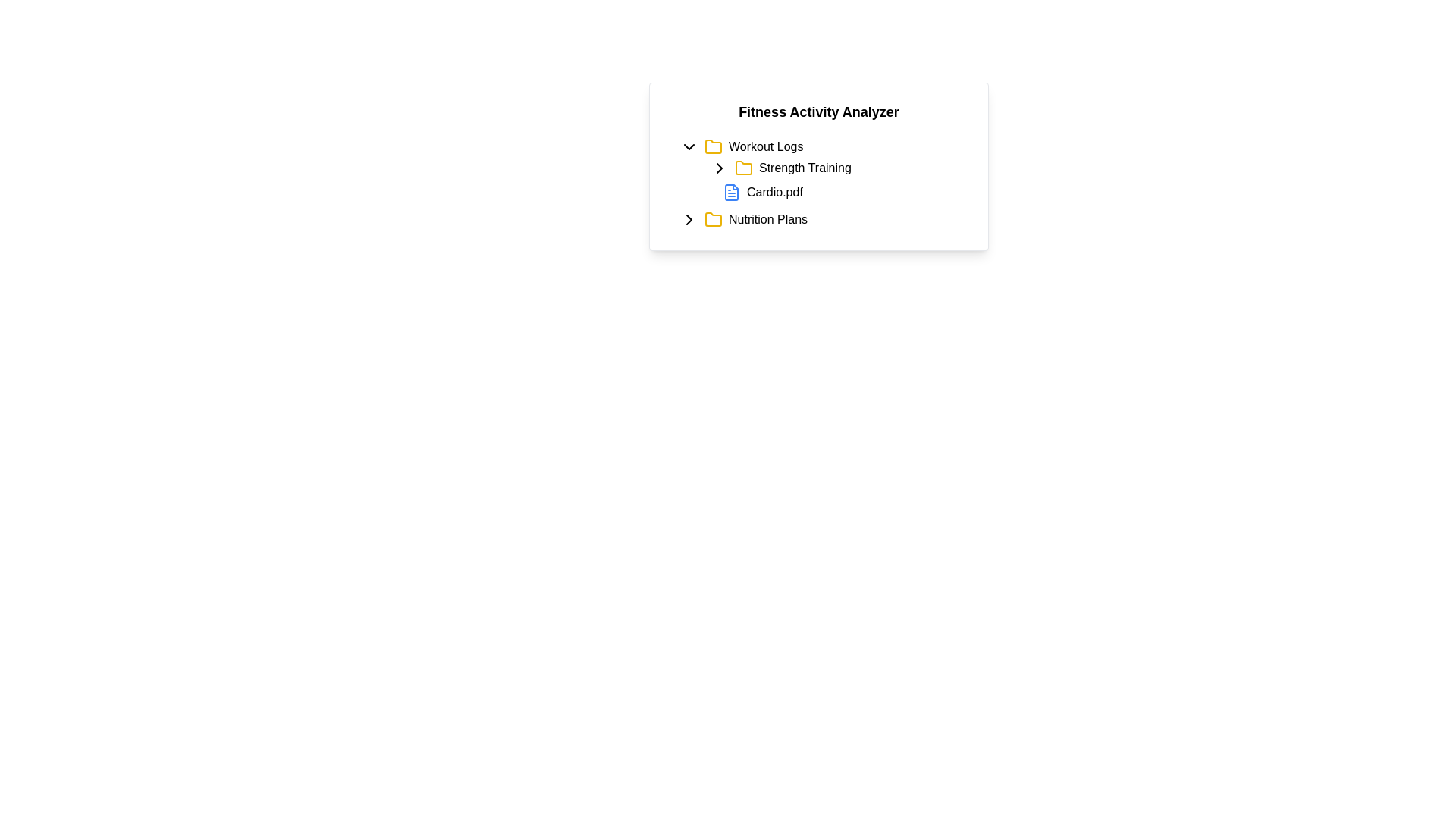 This screenshot has height=819, width=1456. What do you see at coordinates (712, 146) in the screenshot?
I see `the visual state of the folder icon representing 'Workout Logs' to check its status indication` at bounding box center [712, 146].